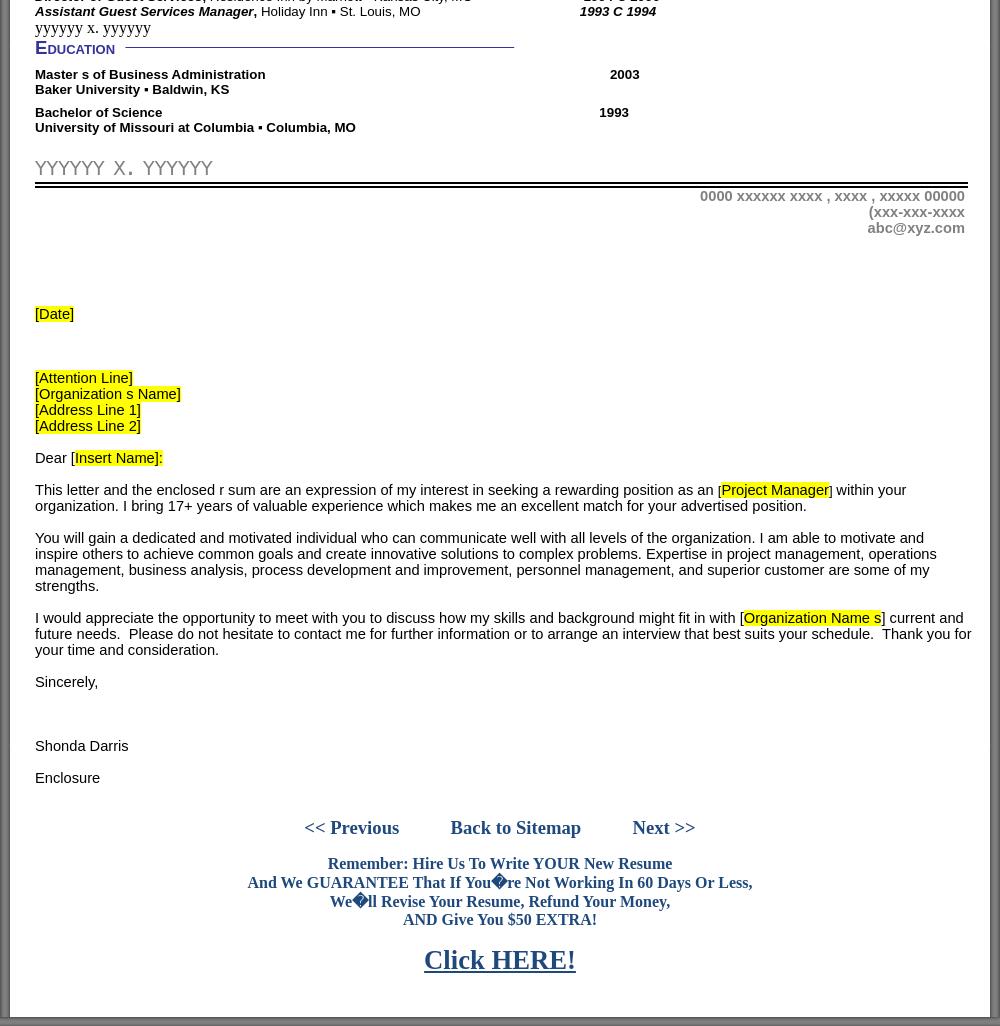  What do you see at coordinates (73, 456) in the screenshot?
I see `'Insert Name]:'` at bounding box center [73, 456].